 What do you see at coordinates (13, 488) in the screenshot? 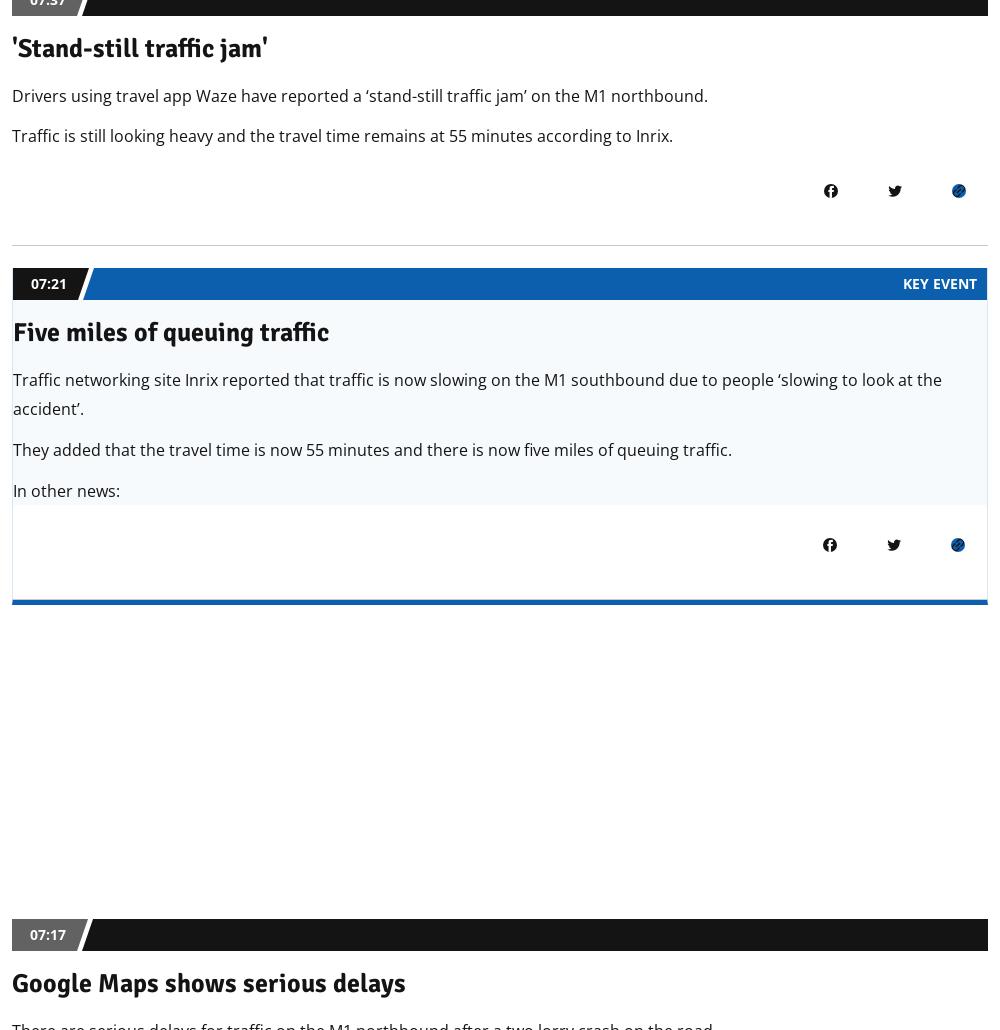
I see `'In other news:'` at bounding box center [13, 488].